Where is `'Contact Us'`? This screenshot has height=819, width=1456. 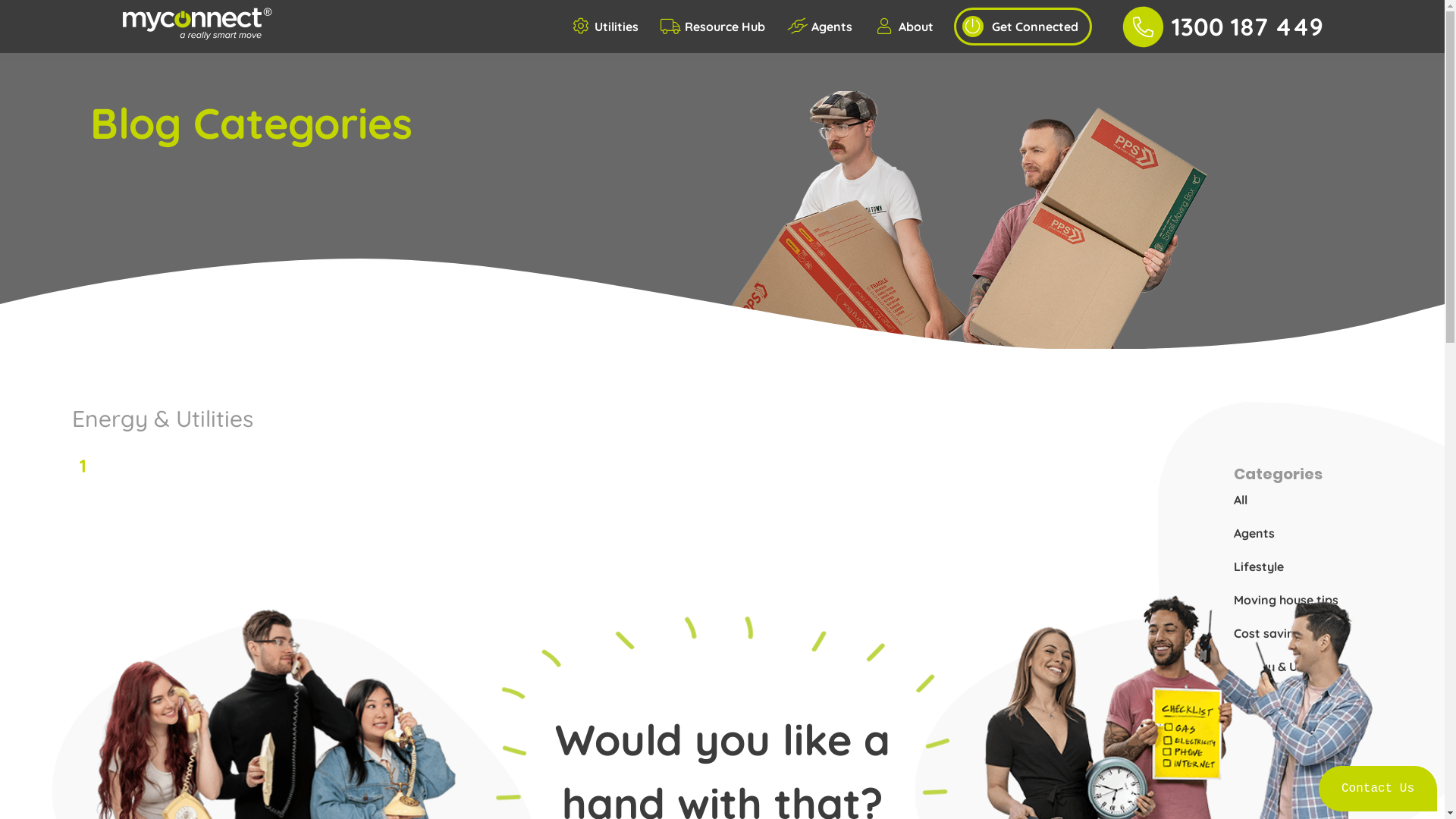
'Contact Us' is located at coordinates (1378, 788).